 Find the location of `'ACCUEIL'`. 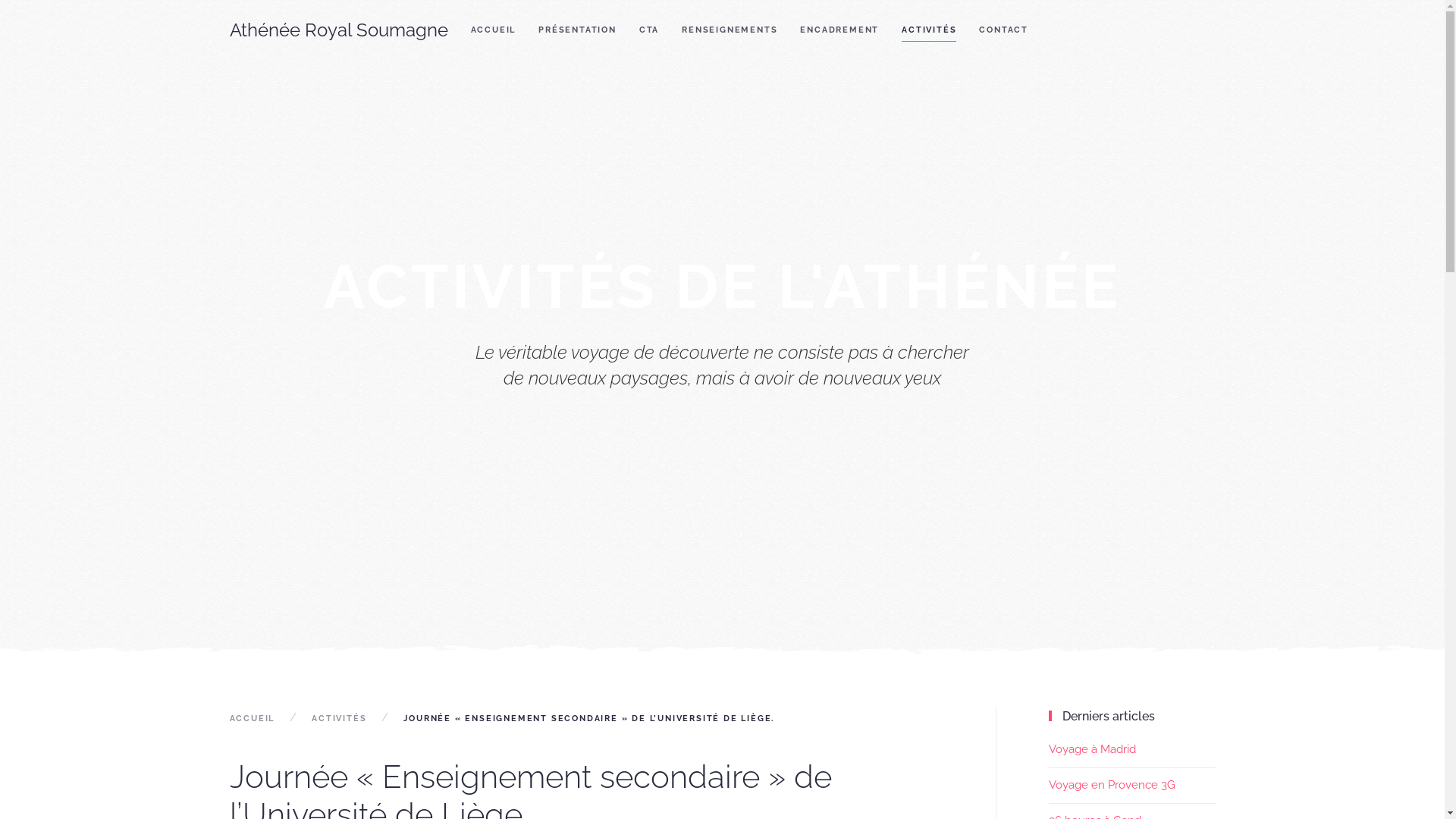

'ACCUEIL' is located at coordinates (228, 717).